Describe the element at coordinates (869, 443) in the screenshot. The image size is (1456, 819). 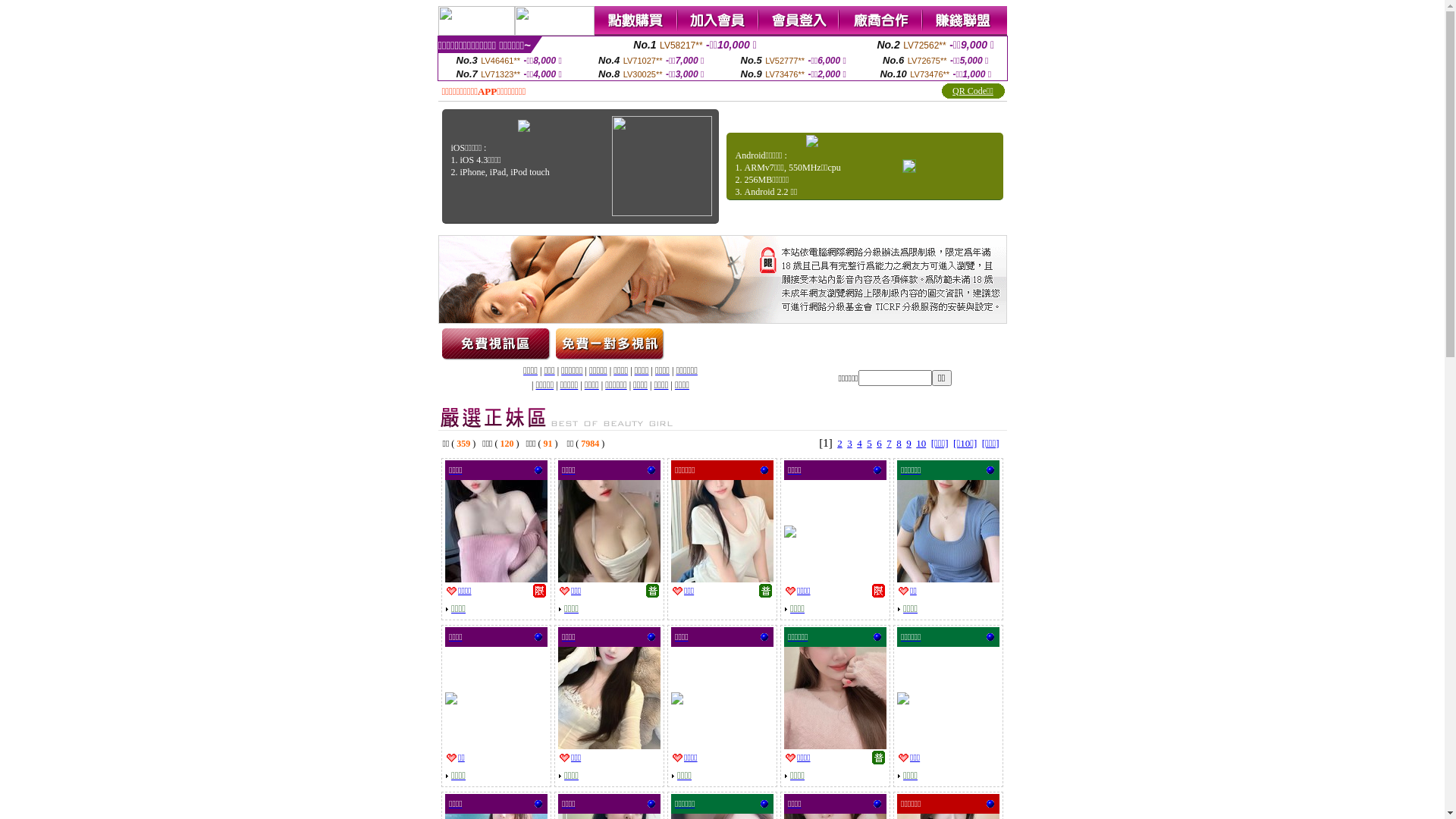
I see `'5'` at that location.